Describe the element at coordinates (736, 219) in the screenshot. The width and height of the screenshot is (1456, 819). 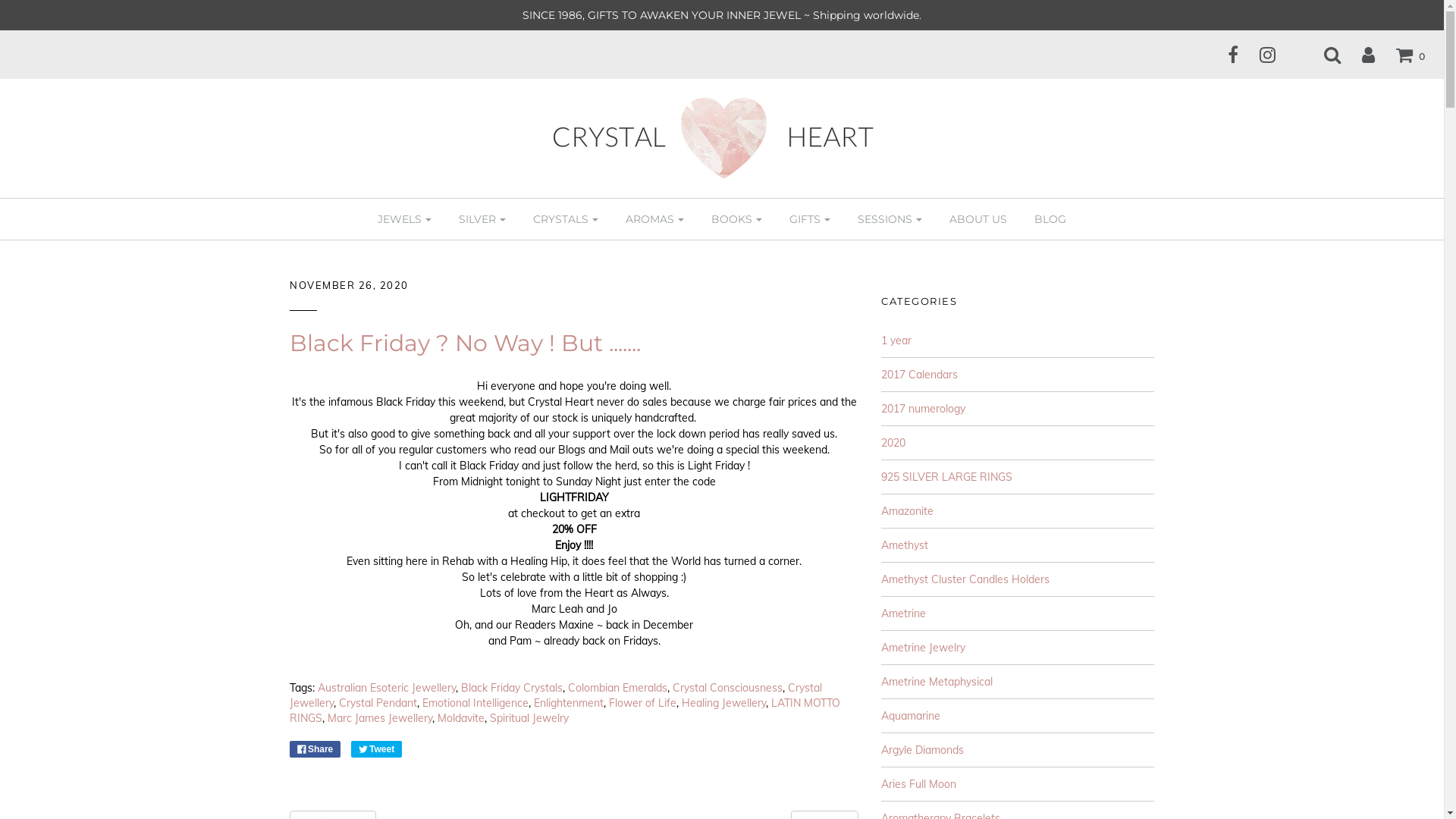
I see `'BOOKS'` at that location.